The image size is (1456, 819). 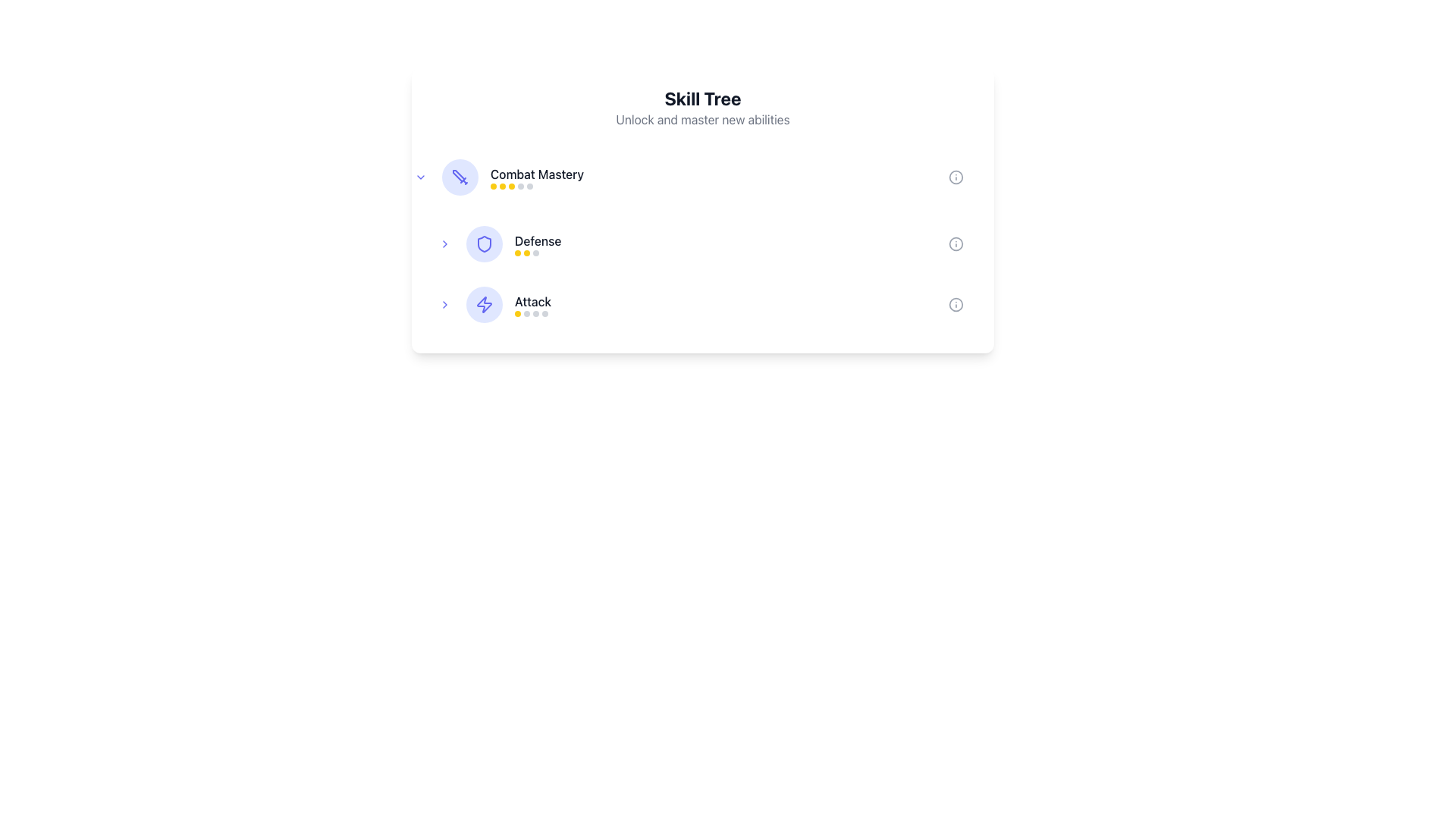 I want to click on the indigo shield icon adjacent to the 'Defense' label, so click(x=483, y=243).